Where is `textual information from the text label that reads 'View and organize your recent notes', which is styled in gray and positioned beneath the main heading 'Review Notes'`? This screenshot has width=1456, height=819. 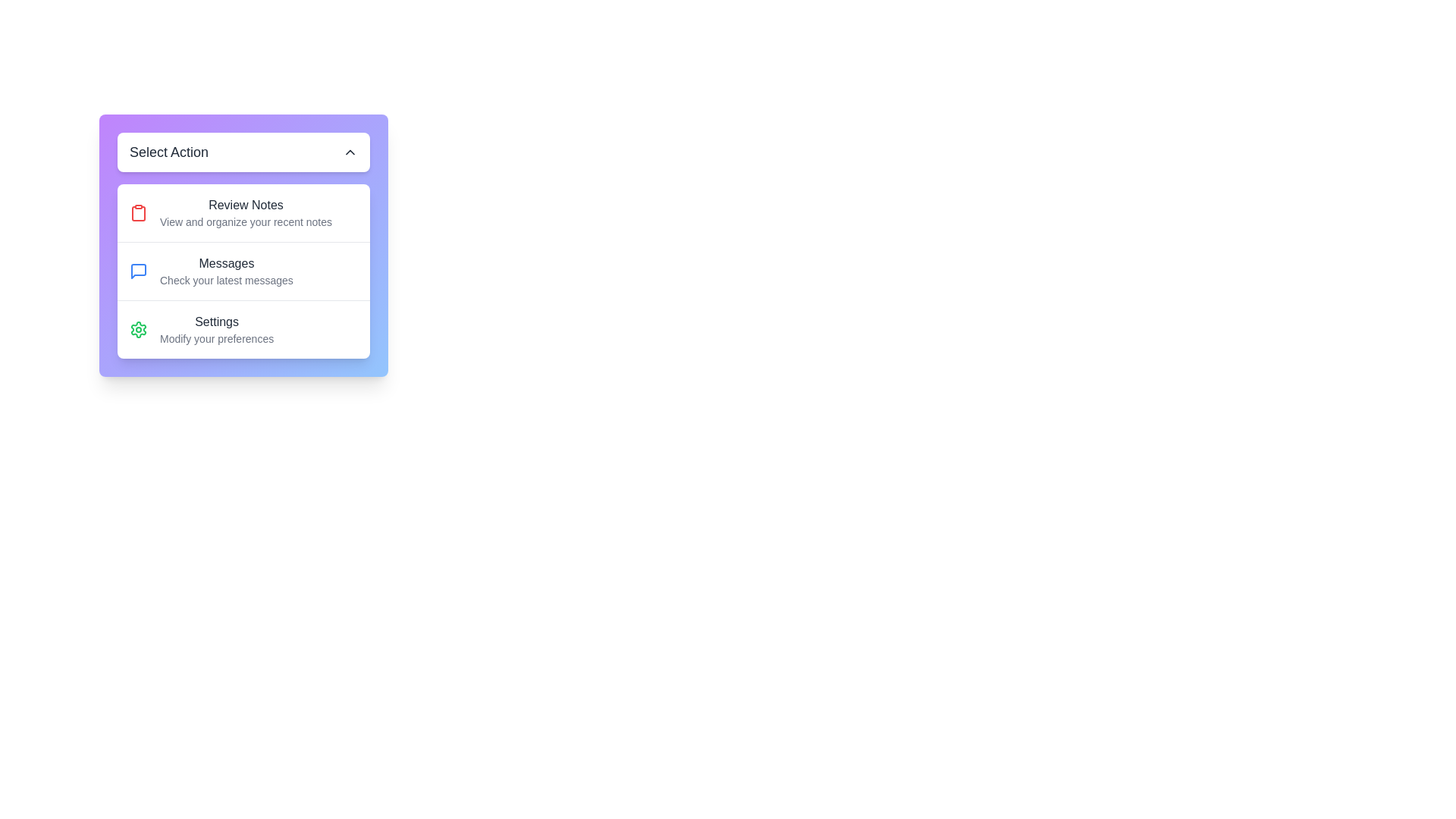 textual information from the text label that reads 'View and organize your recent notes', which is styled in gray and positioned beneath the main heading 'Review Notes' is located at coordinates (246, 222).